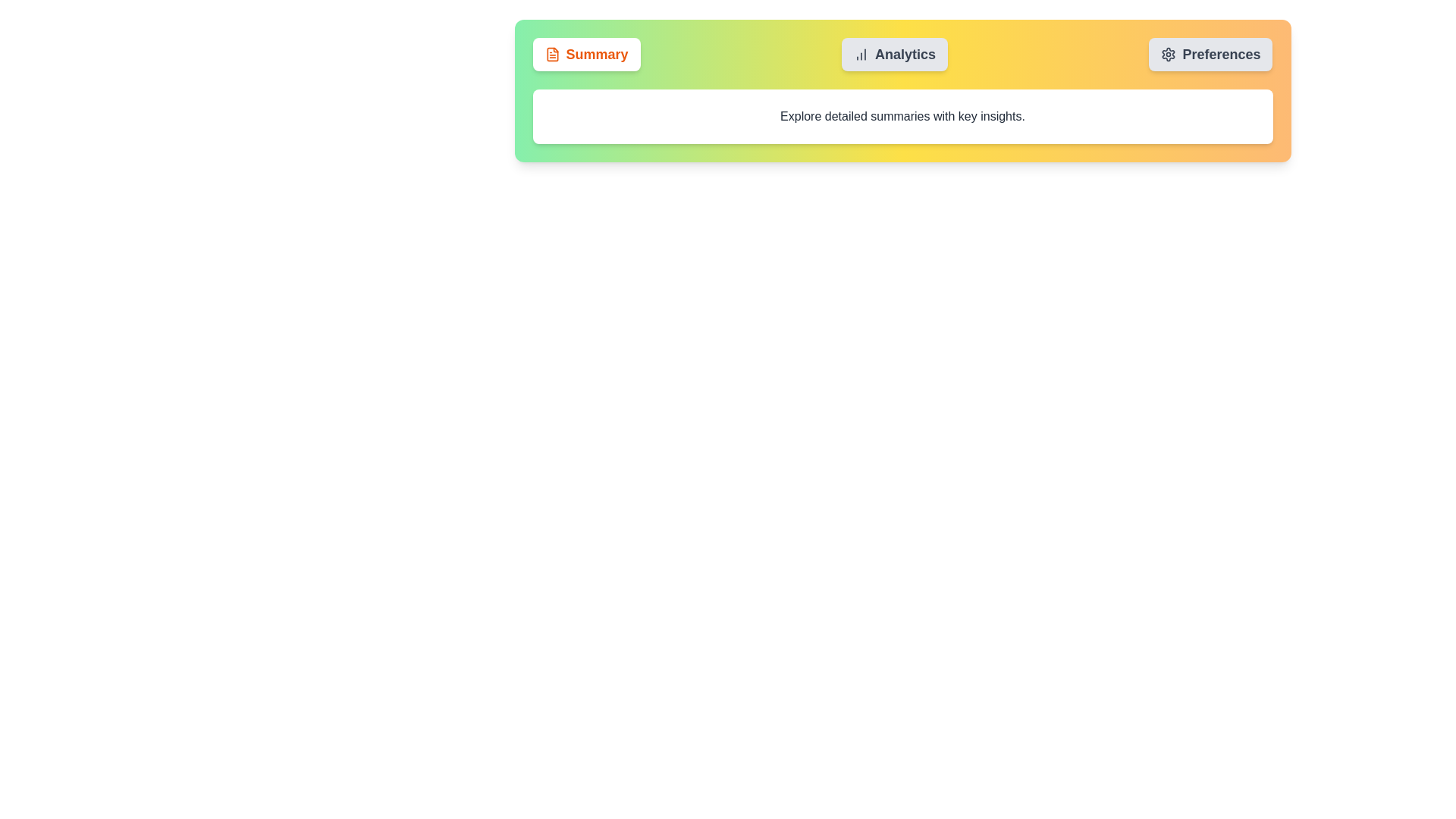 The image size is (1456, 819). I want to click on the 'Analytics' button, which features rounded corners, a gray background, and a bar chart icon on the left, so click(895, 54).